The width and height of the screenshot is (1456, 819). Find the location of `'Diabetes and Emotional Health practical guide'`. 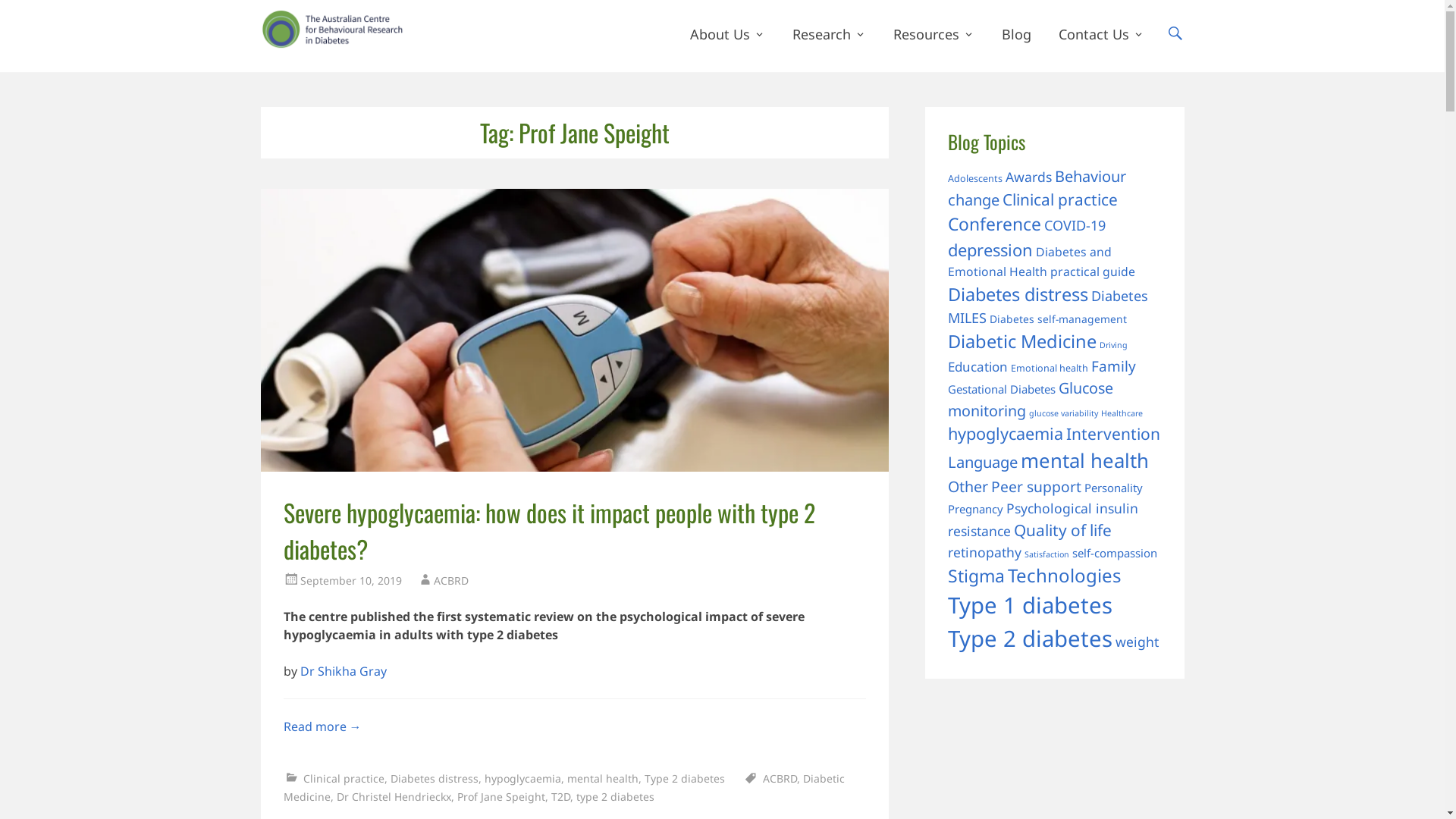

'Diabetes and Emotional Health practical guide' is located at coordinates (1040, 261).